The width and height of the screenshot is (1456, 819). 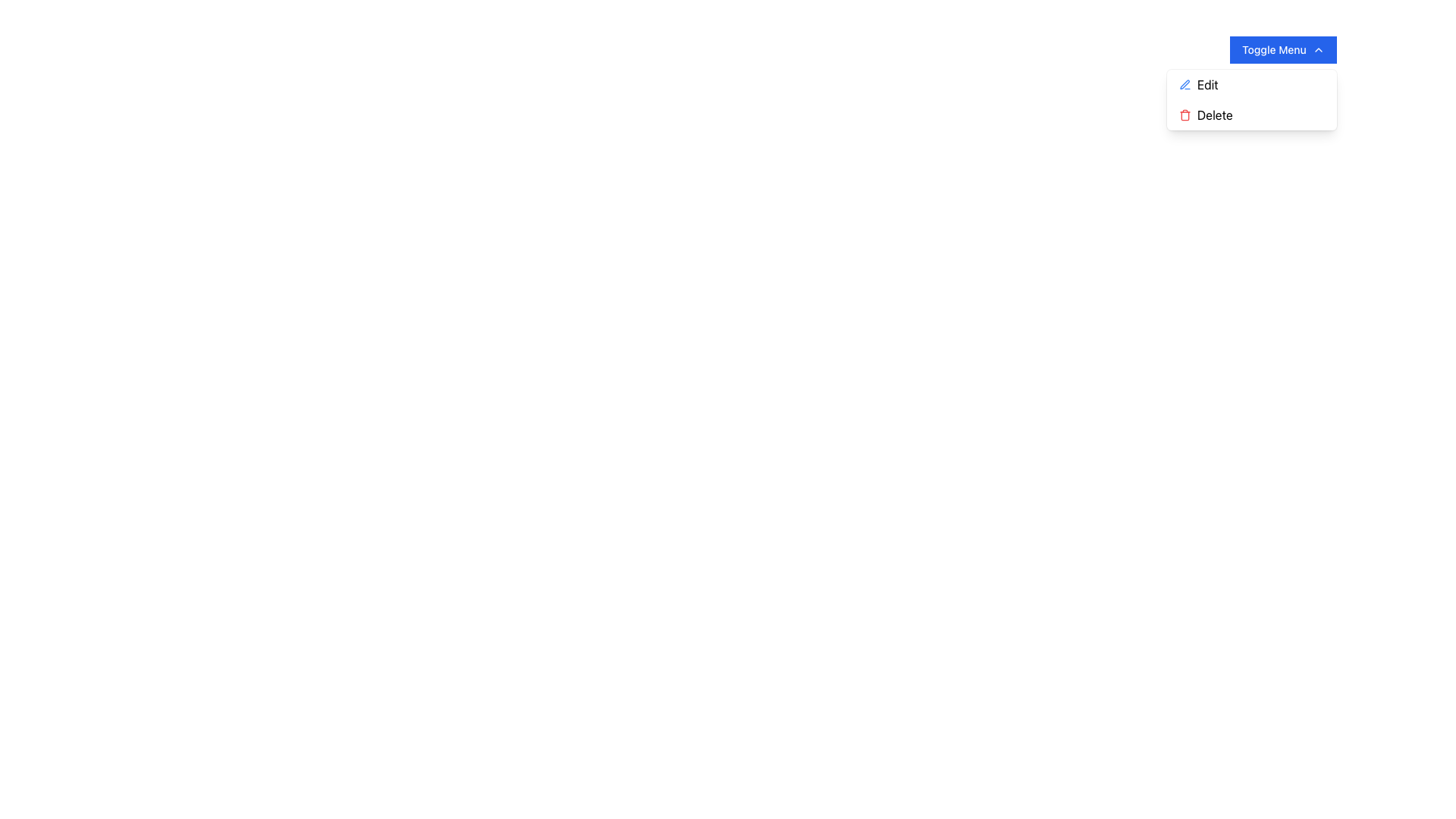 I want to click on the blue, pen-shaped icon located to the left of the 'Edit' text in the dropdown menu, so click(x=1184, y=84).